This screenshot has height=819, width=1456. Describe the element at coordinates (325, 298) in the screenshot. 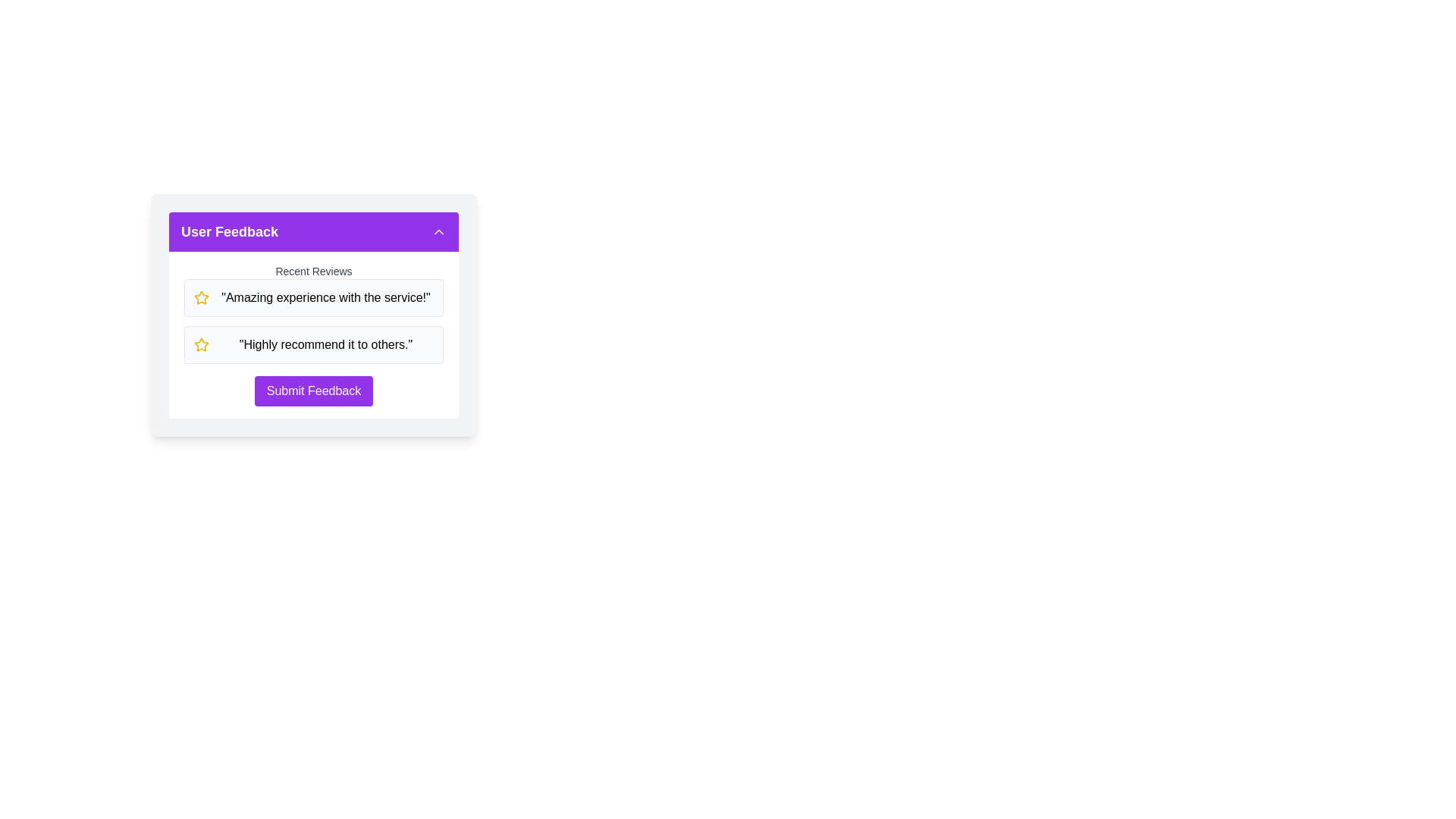

I see `the first customer review displayed in the feedback card under the header 'Recent Reviews'` at that location.